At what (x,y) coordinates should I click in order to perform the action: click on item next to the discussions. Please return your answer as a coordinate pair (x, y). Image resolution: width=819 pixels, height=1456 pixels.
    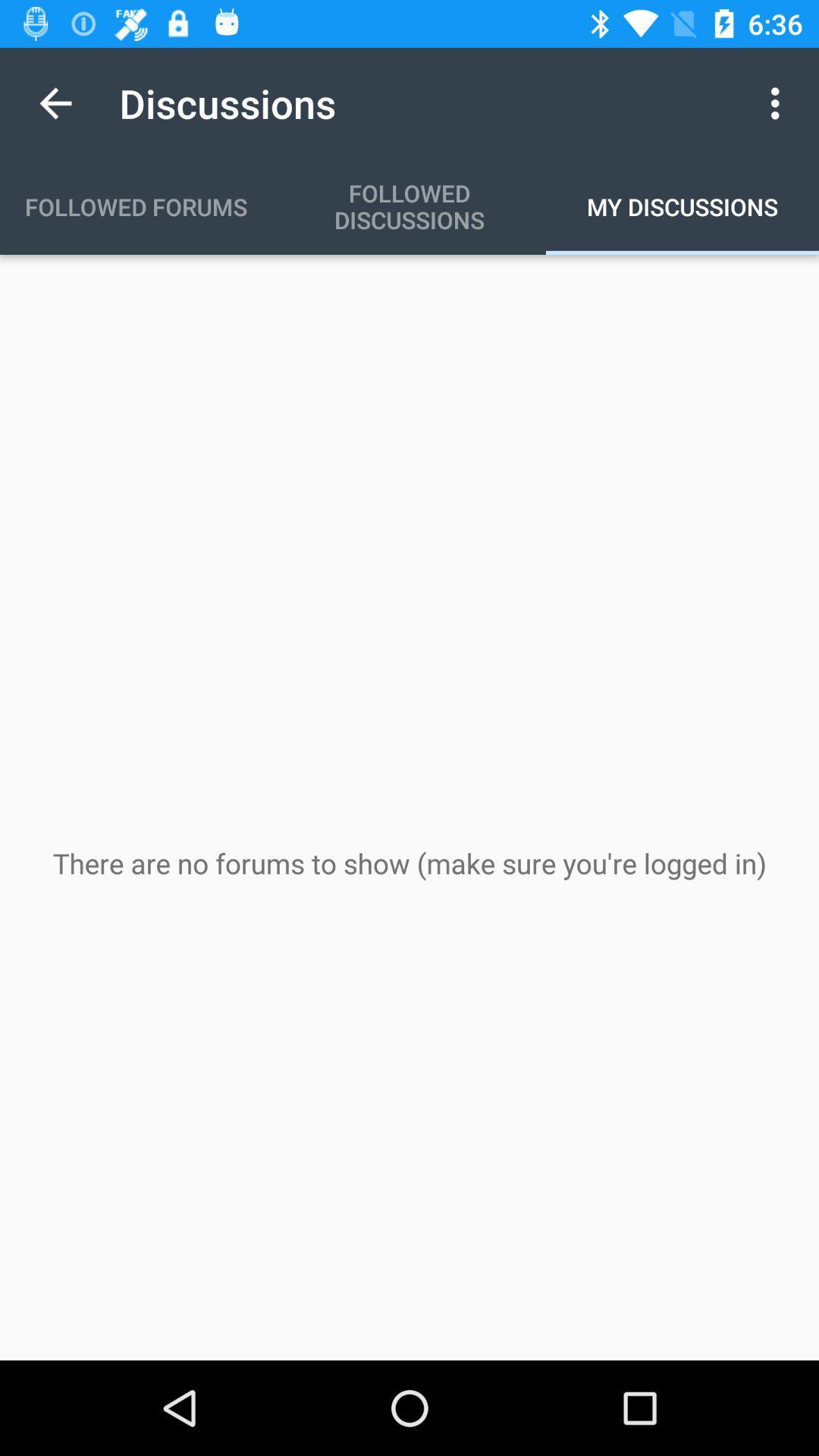
    Looking at the image, I should click on (55, 102).